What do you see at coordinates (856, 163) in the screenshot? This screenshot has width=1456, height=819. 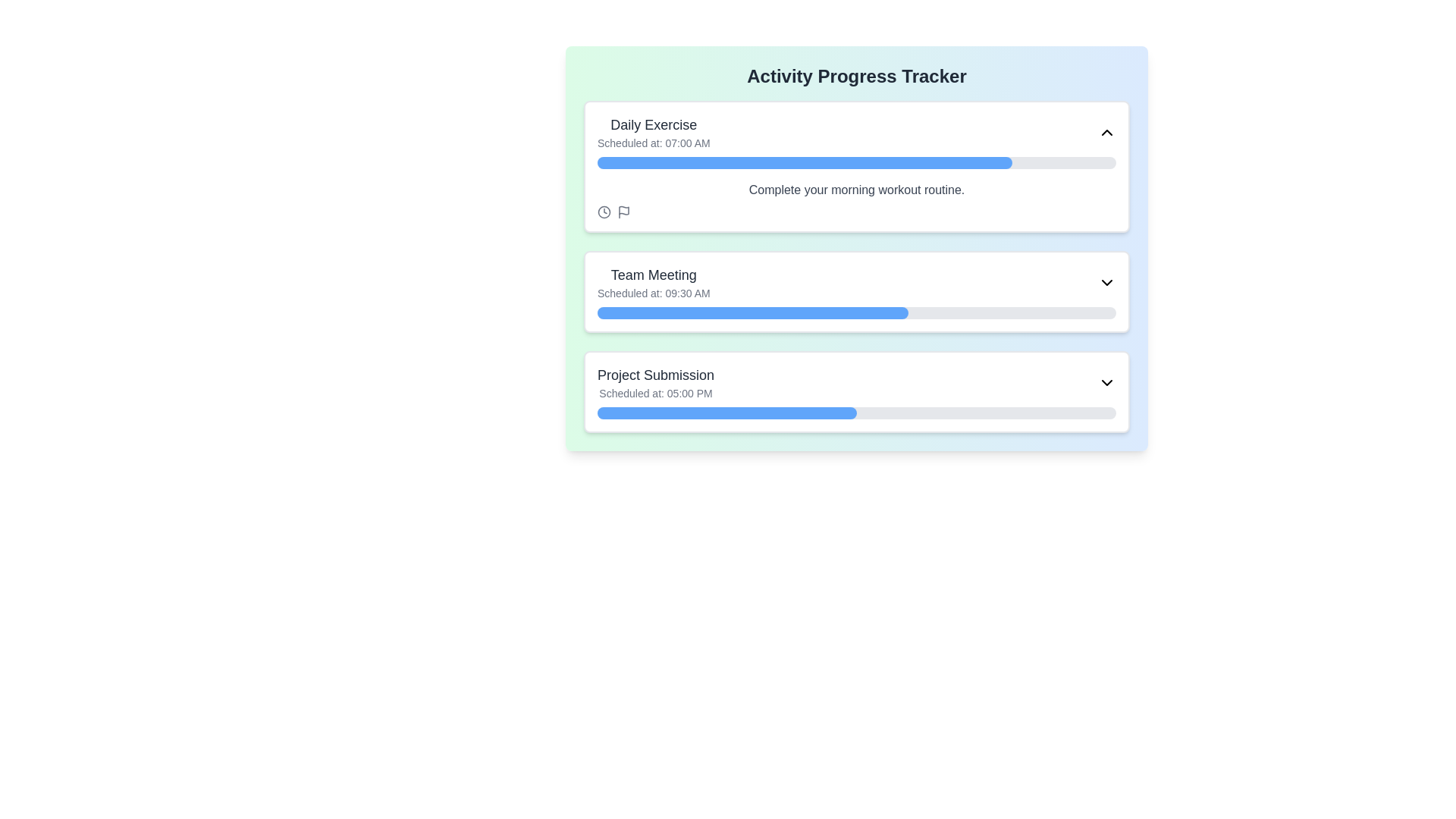 I see `the progress bar that visually represents the completion percentage of the 'Daily Exercise' task, located within the card titled 'Daily Exercise'` at bounding box center [856, 163].